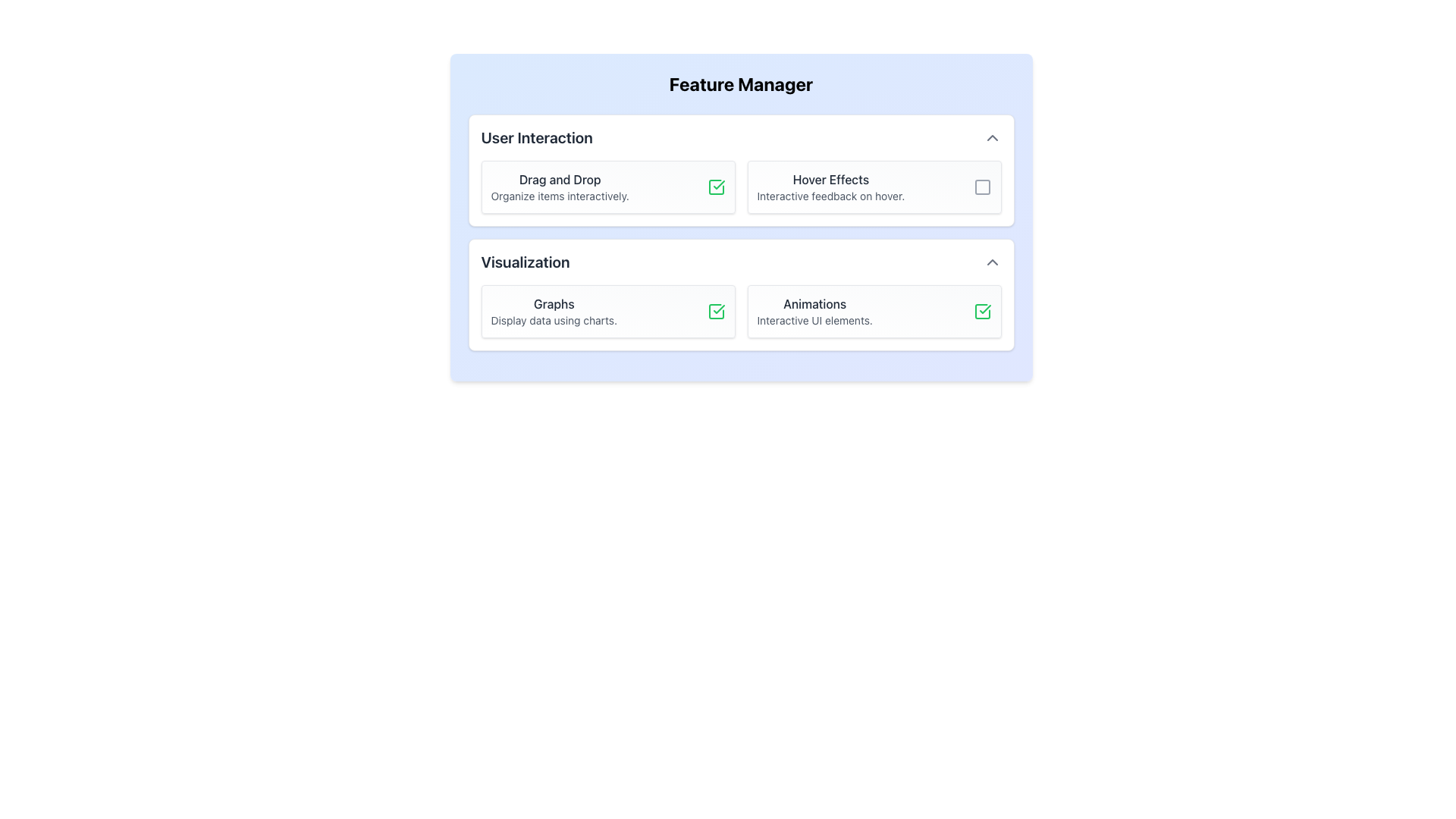 The width and height of the screenshot is (1456, 819). What do you see at coordinates (814, 320) in the screenshot?
I see `the descriptive text element providing additional information about the 'Animations' feature, which is located directly below the 'Animations' label in the 'Visualization' section of the 'Feature Manager' interface` at bounding box center [814, 320].